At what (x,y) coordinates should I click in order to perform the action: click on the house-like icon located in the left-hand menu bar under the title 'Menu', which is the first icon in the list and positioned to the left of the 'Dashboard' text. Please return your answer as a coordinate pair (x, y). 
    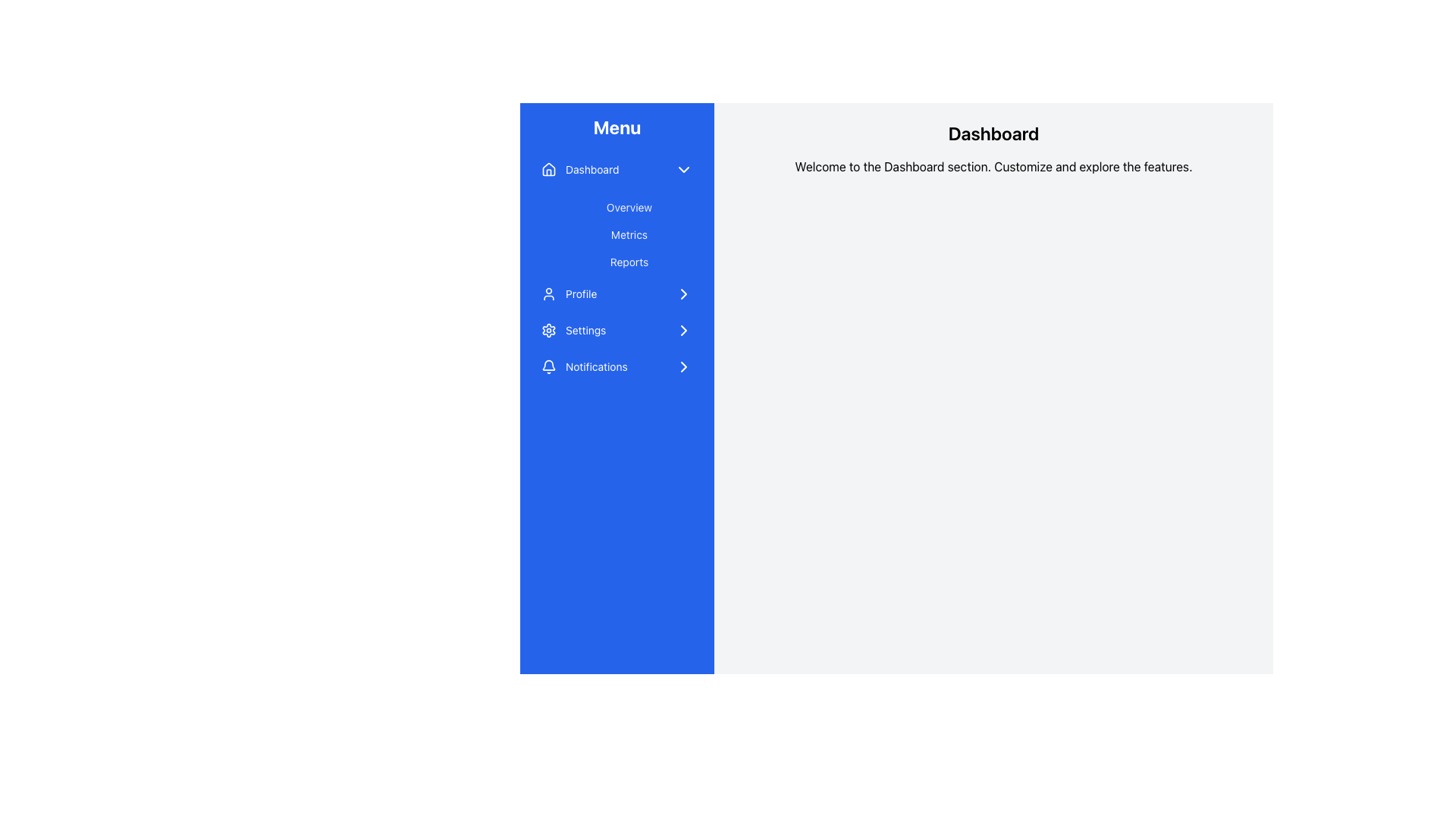
    Looking at the image, I should click on (548, 169).